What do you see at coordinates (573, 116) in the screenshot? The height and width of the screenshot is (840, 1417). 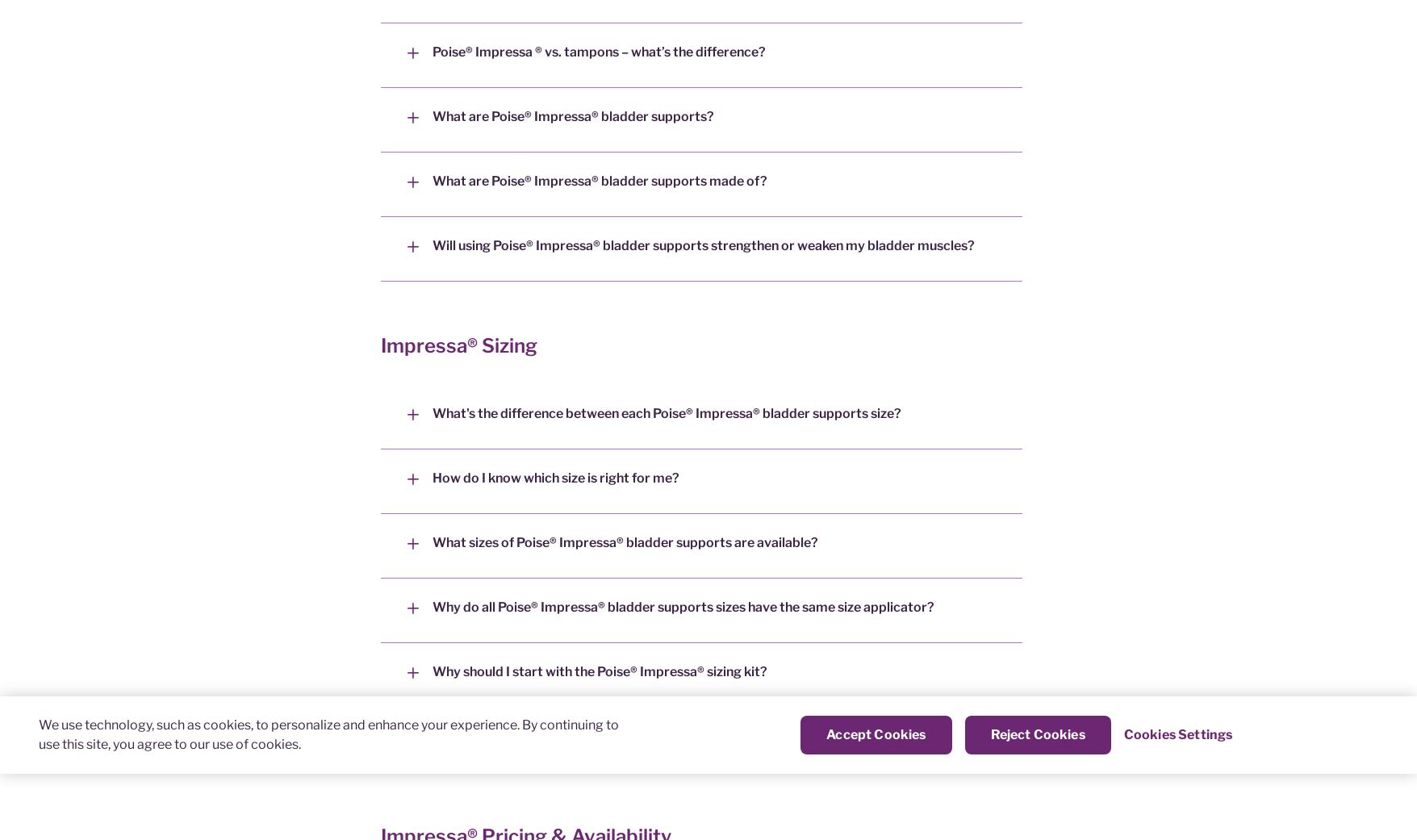 I see `'What are Poise® Impressa® bladder supports?'` at bounding box center [573, 116].